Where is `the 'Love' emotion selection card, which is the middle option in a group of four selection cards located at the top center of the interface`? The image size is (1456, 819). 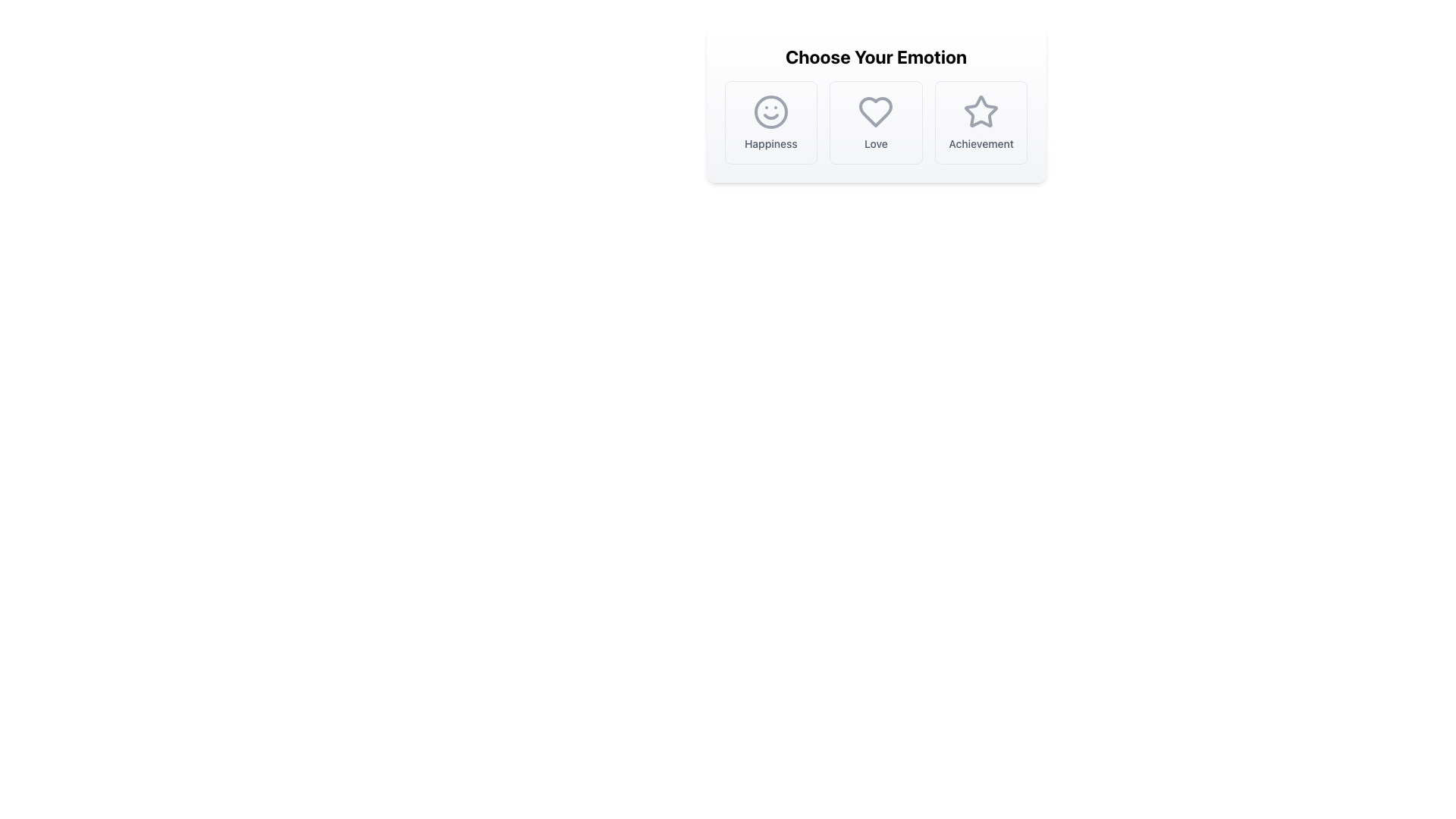 the 'Love' emotion selection card, which is the middle option in a group of four selection cards located at the top center of the interface is located at coordinates (876, 104).